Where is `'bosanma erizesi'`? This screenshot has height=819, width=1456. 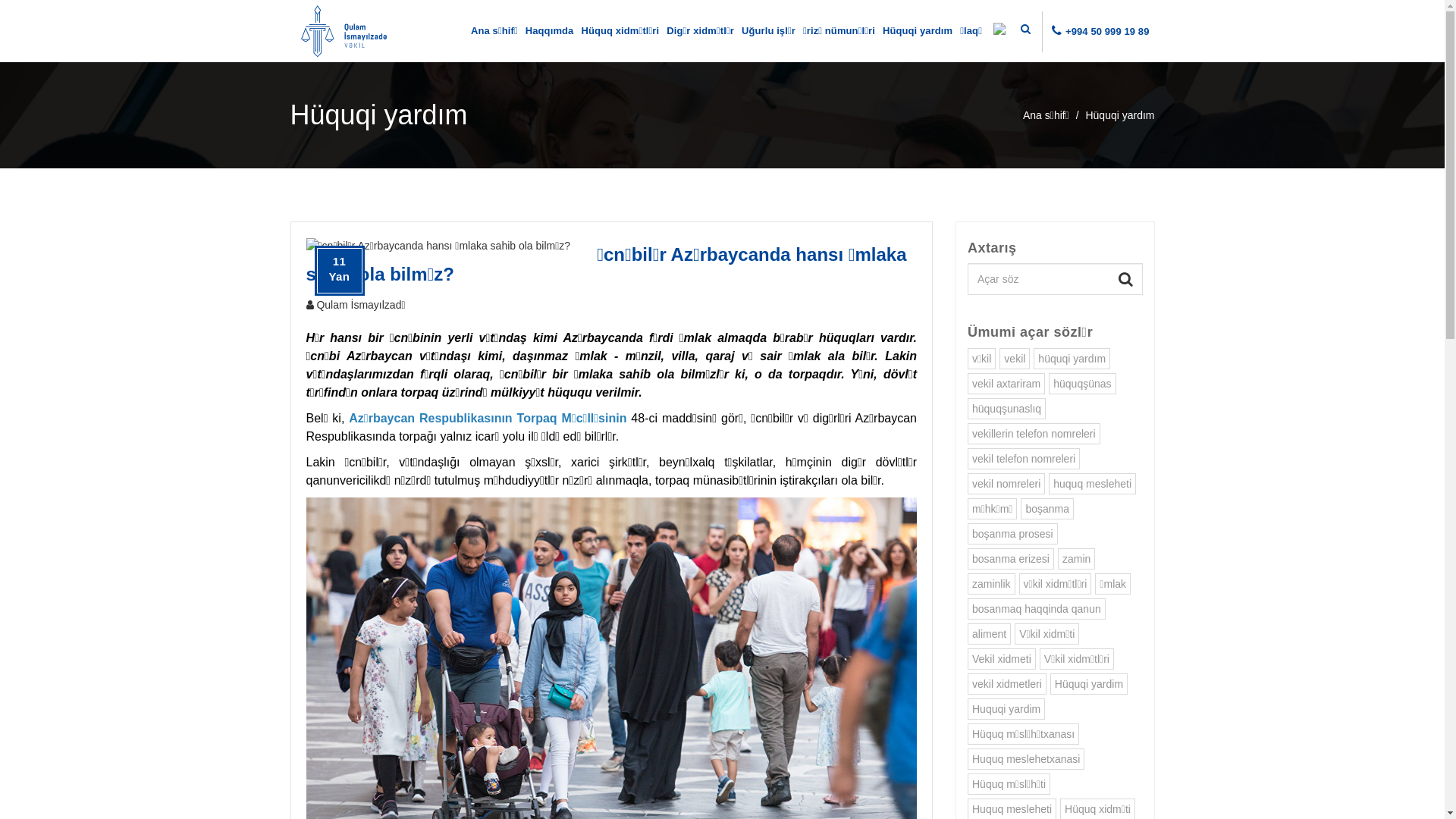 'bosanma erizesi' is located at coordinates (1011, 558).